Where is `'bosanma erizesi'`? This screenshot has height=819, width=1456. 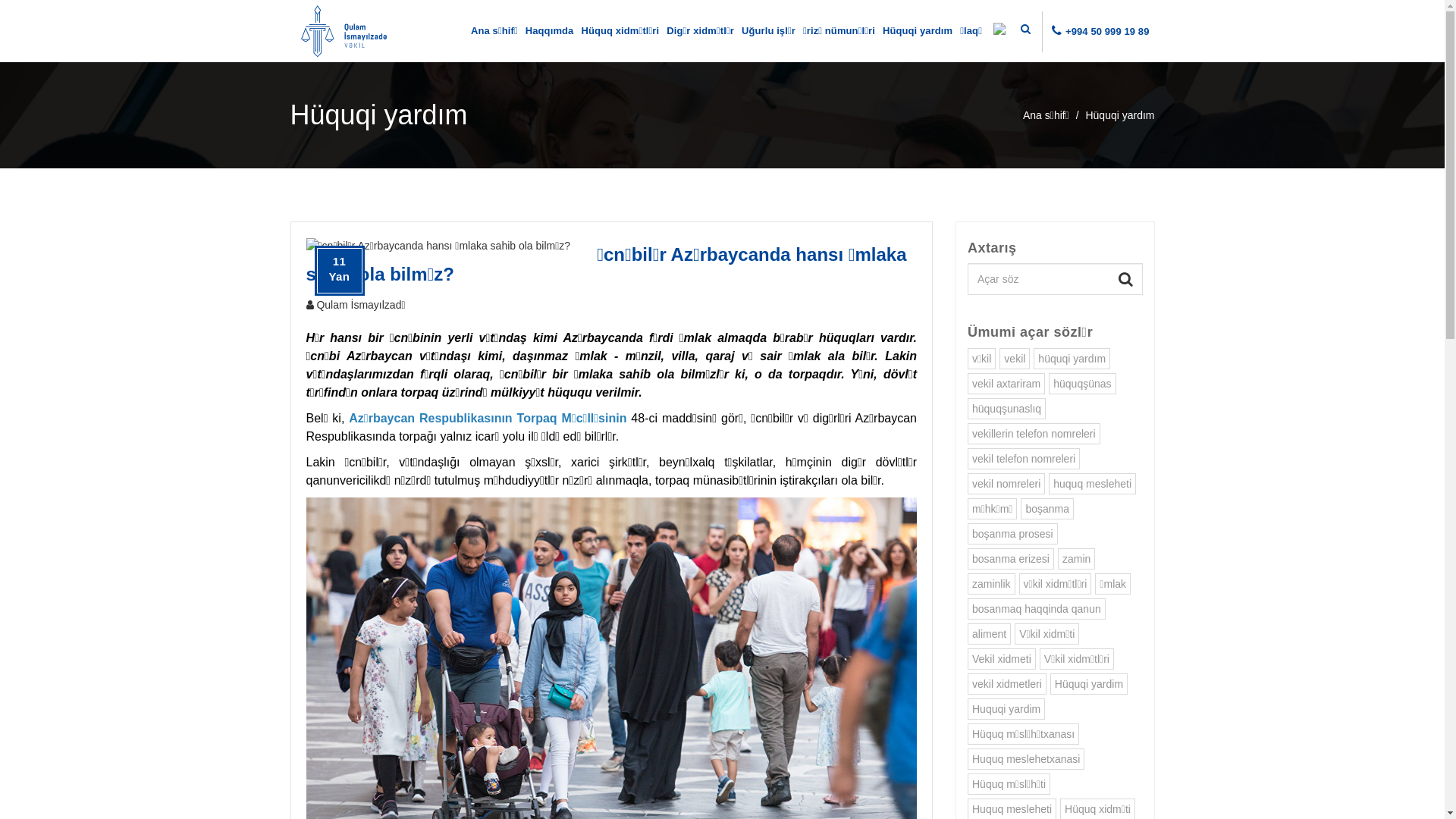 'bosanma erizesi' is located at coordinates (1011, 558).